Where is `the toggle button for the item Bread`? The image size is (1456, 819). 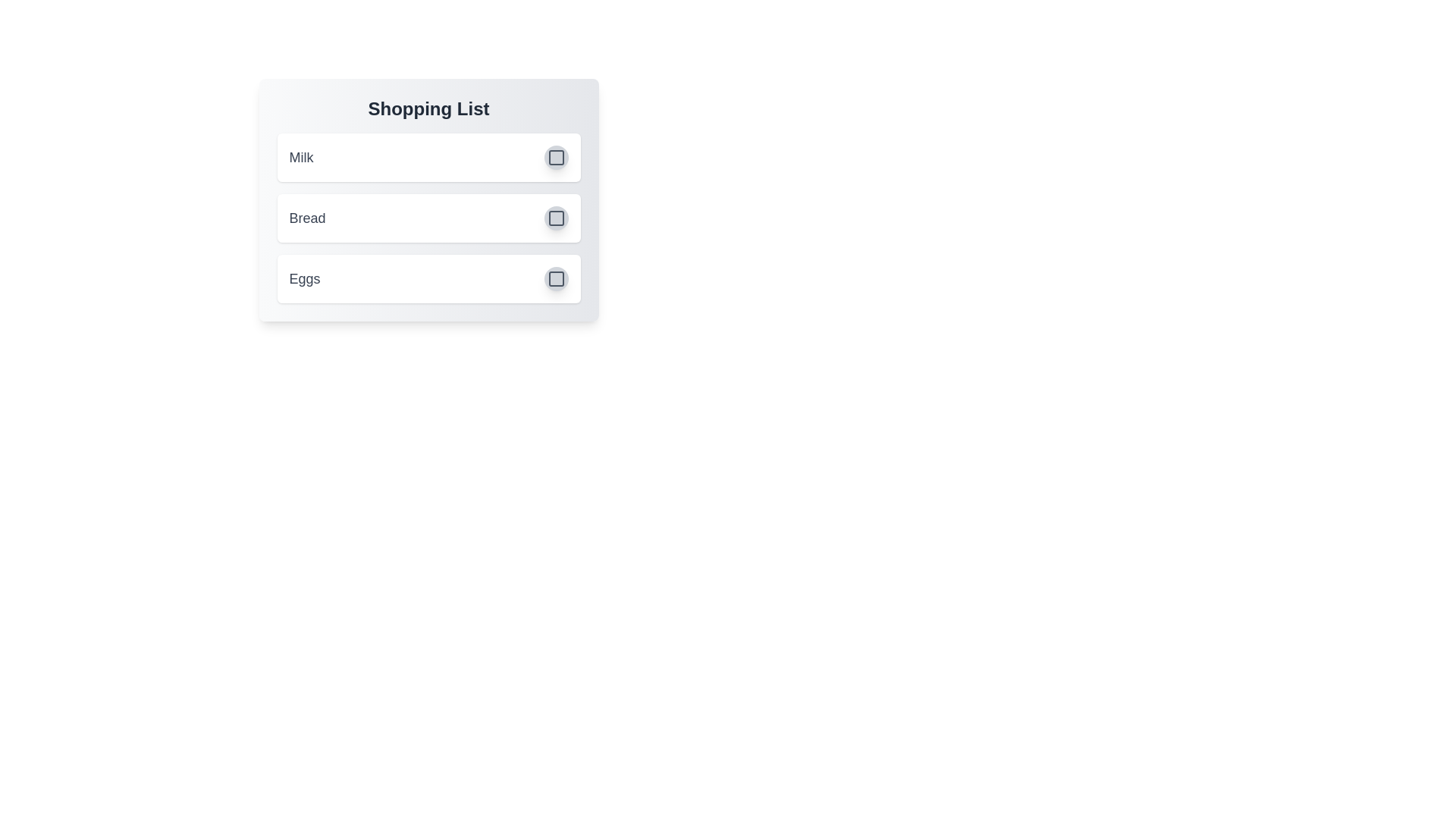 the toggle button for the item Bread is located at coordinates (555, 218).